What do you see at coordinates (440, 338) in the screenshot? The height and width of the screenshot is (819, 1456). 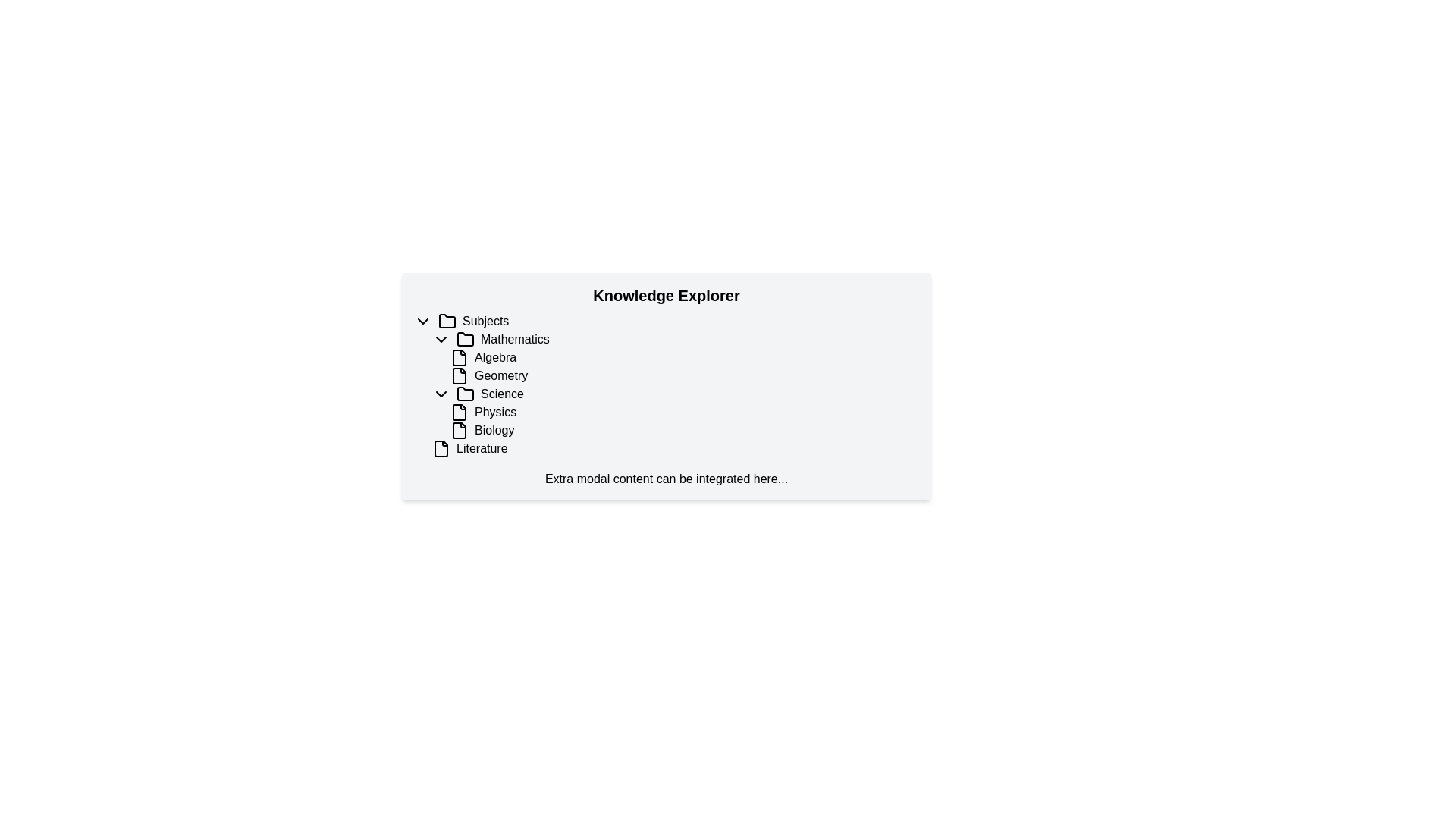 I see `the downward arrow-shaped icon next to the word 'Mathematics' in the navigation tree under the 'Subjects' section` at bounding box center [440, 338].